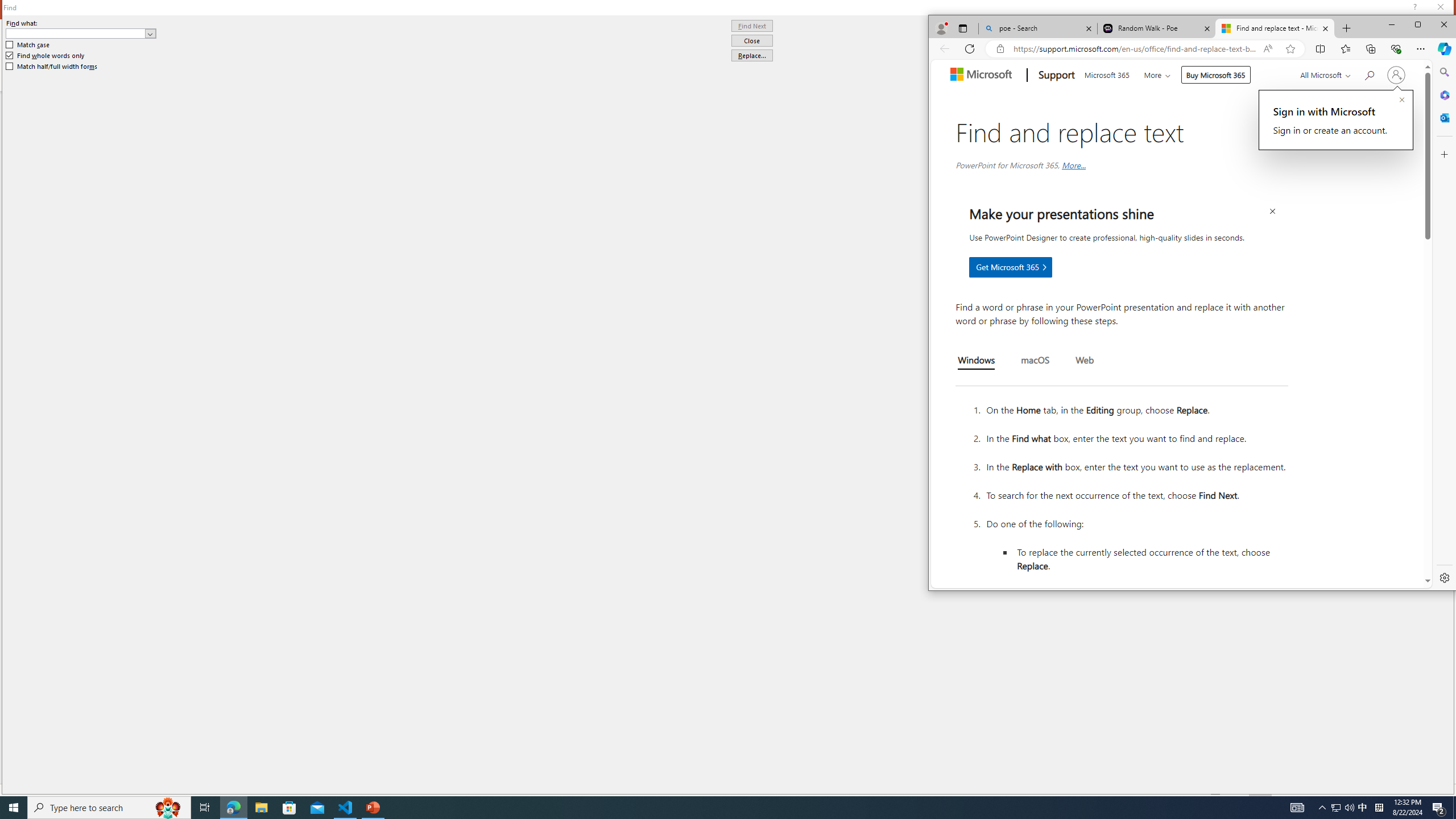  What do you see at coordinates (1055, 76) in the screenshot?
I see `'Support'` at bounding box center [1055, 76].